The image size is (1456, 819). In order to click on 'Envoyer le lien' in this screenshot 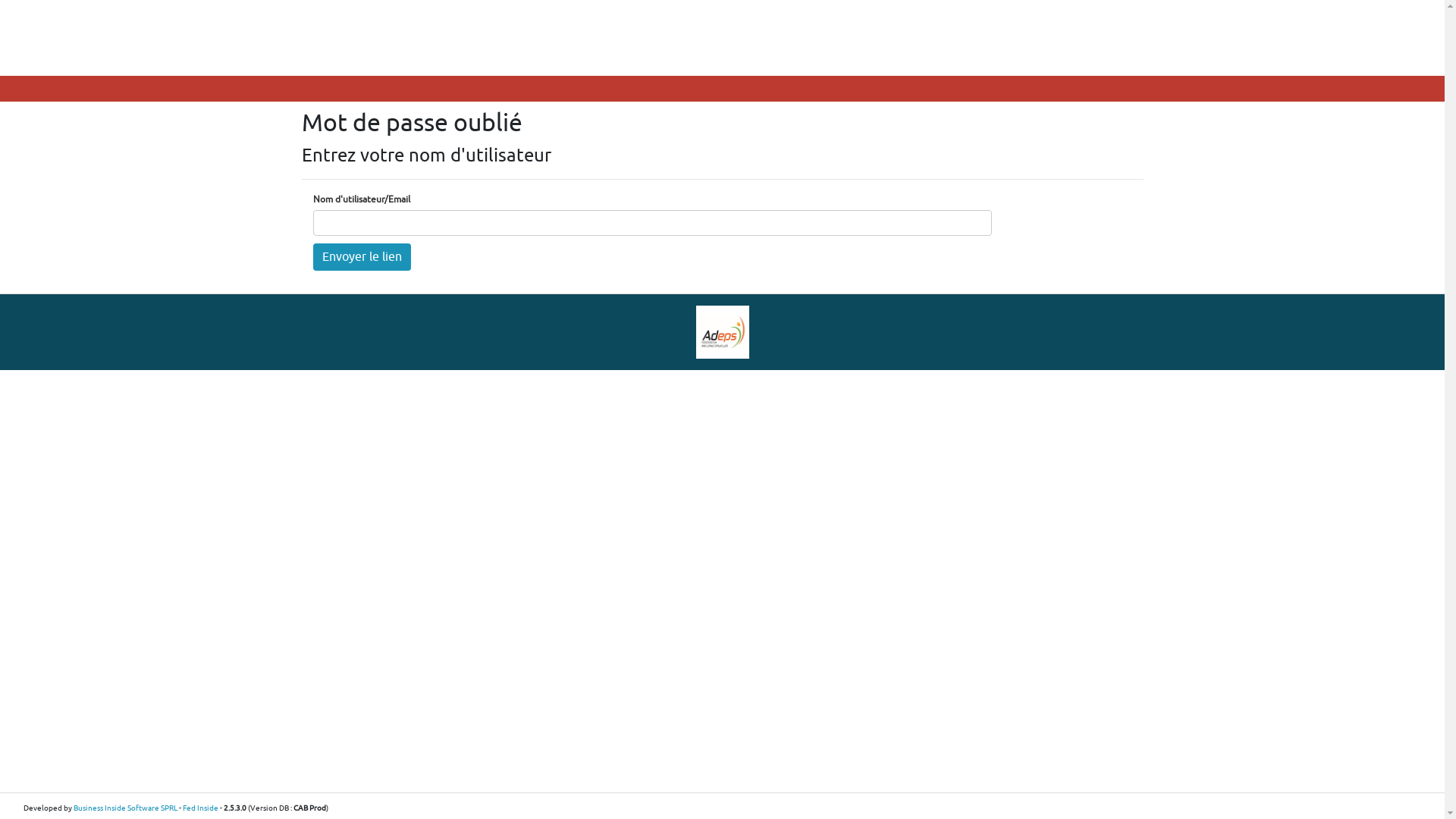, I will do `click(360, 256)`.